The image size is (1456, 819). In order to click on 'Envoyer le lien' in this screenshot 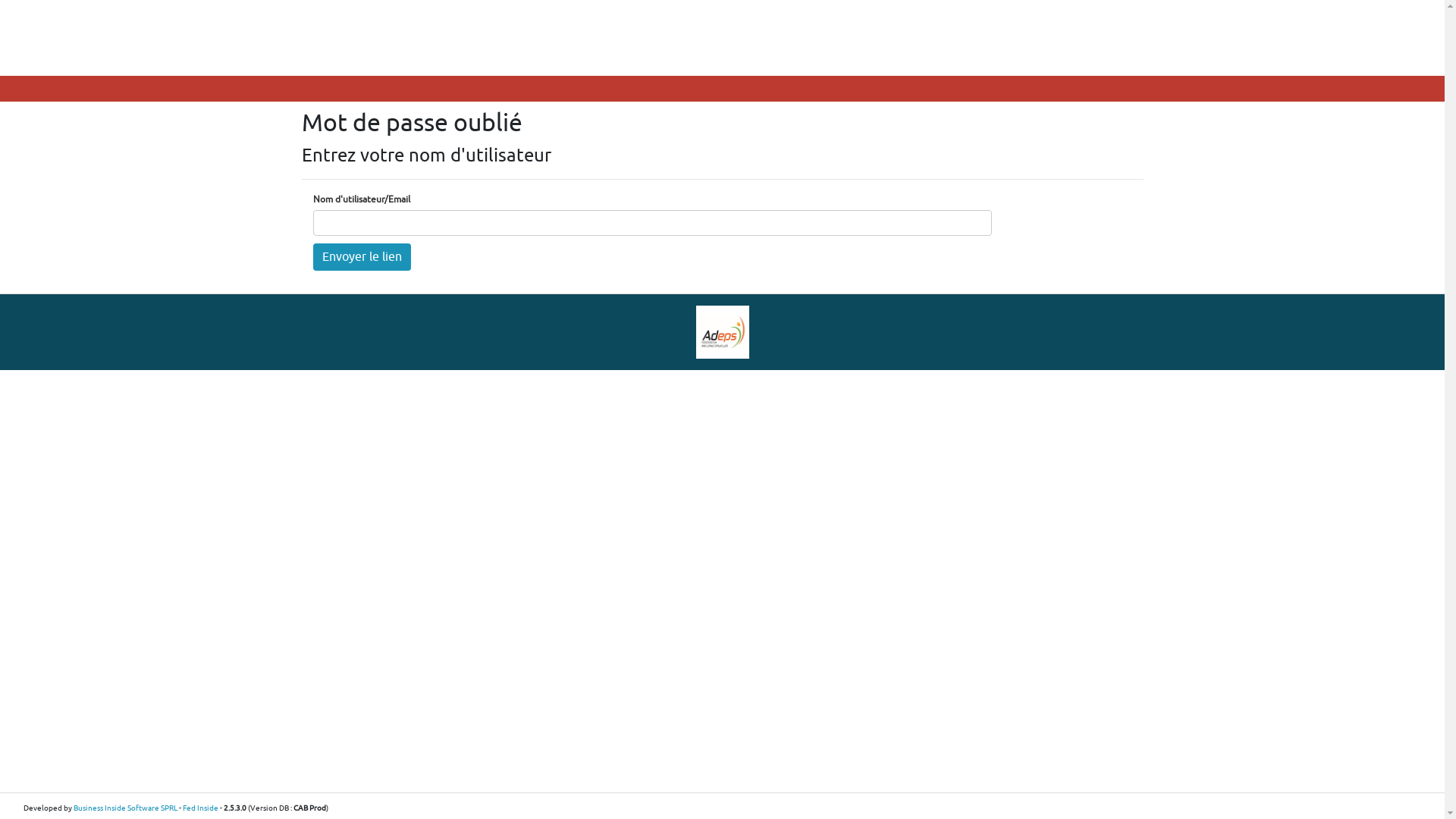, I will do `click(360, 256)`.